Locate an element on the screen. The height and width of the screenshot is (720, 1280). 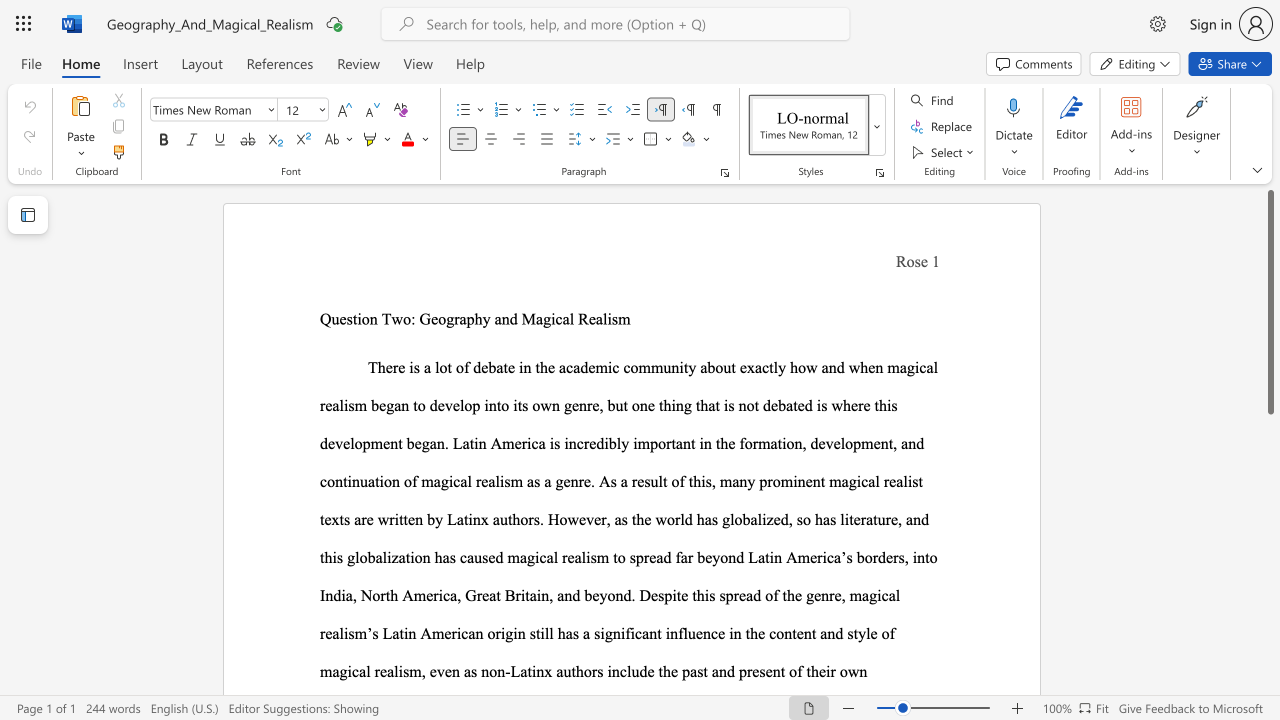
the vertical scrollbar to lower the page content is located at coordinates (1269, 670).